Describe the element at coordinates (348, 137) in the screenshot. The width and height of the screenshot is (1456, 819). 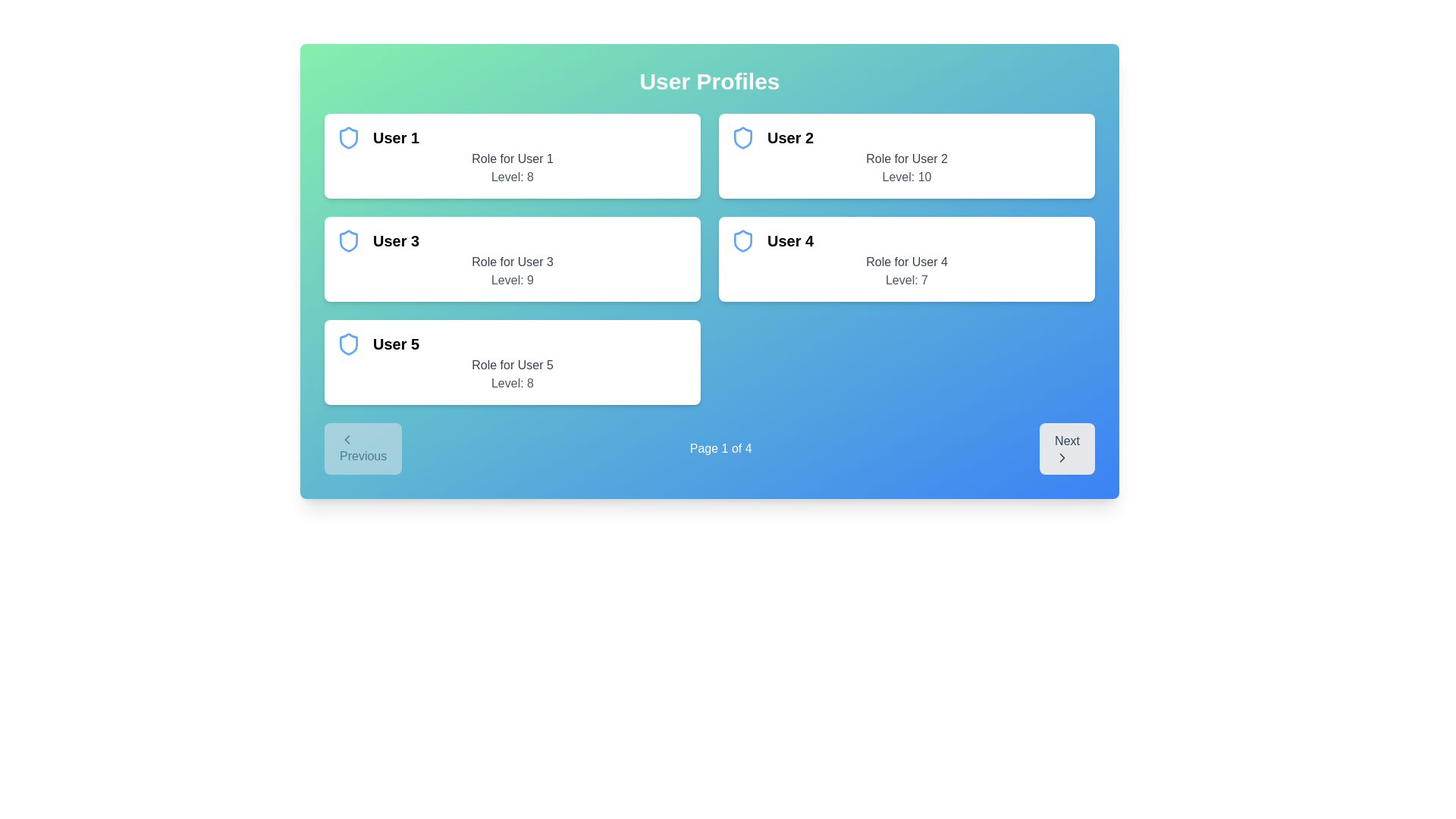
I see `the shield-like icon with a blue outline and white fill, located in the user profile card labeled 'User 1' at the top-left corner of the grid layout` at that location.